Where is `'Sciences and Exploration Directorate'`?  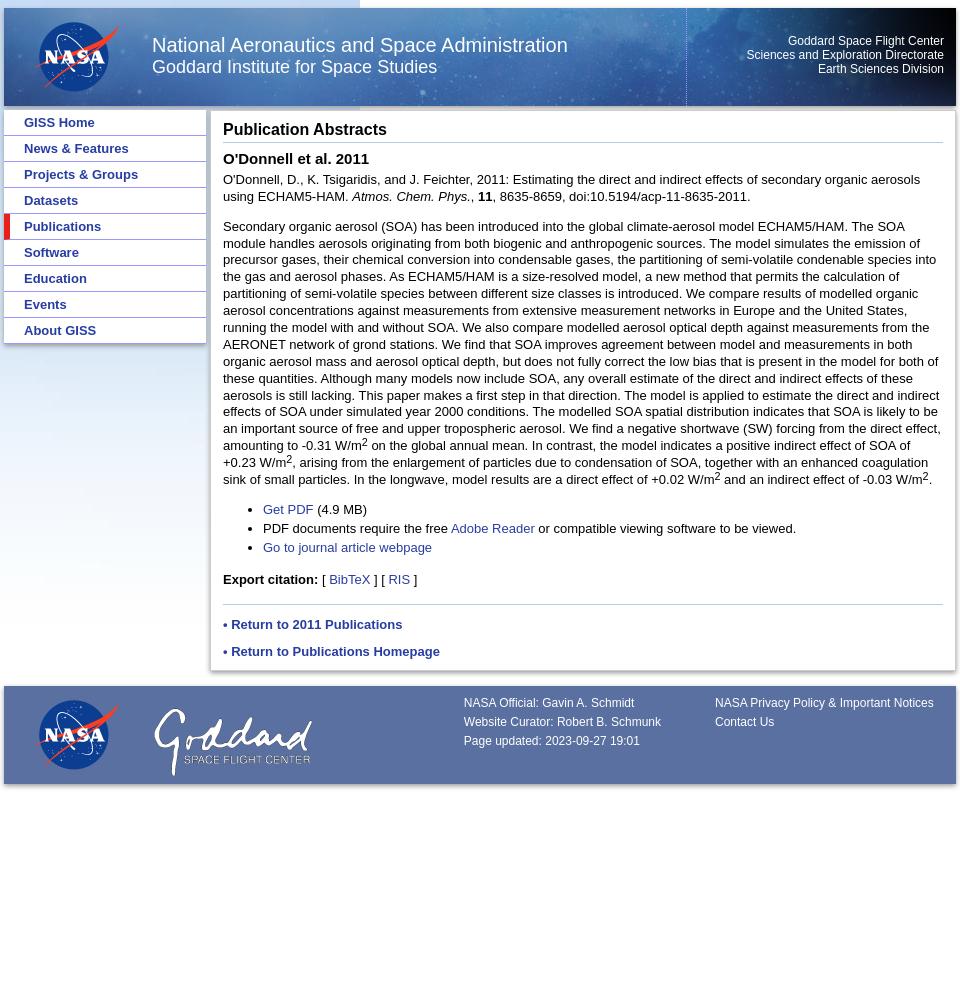 'Sciences and Exploration Directorate' is located at coordinates (843, 55).